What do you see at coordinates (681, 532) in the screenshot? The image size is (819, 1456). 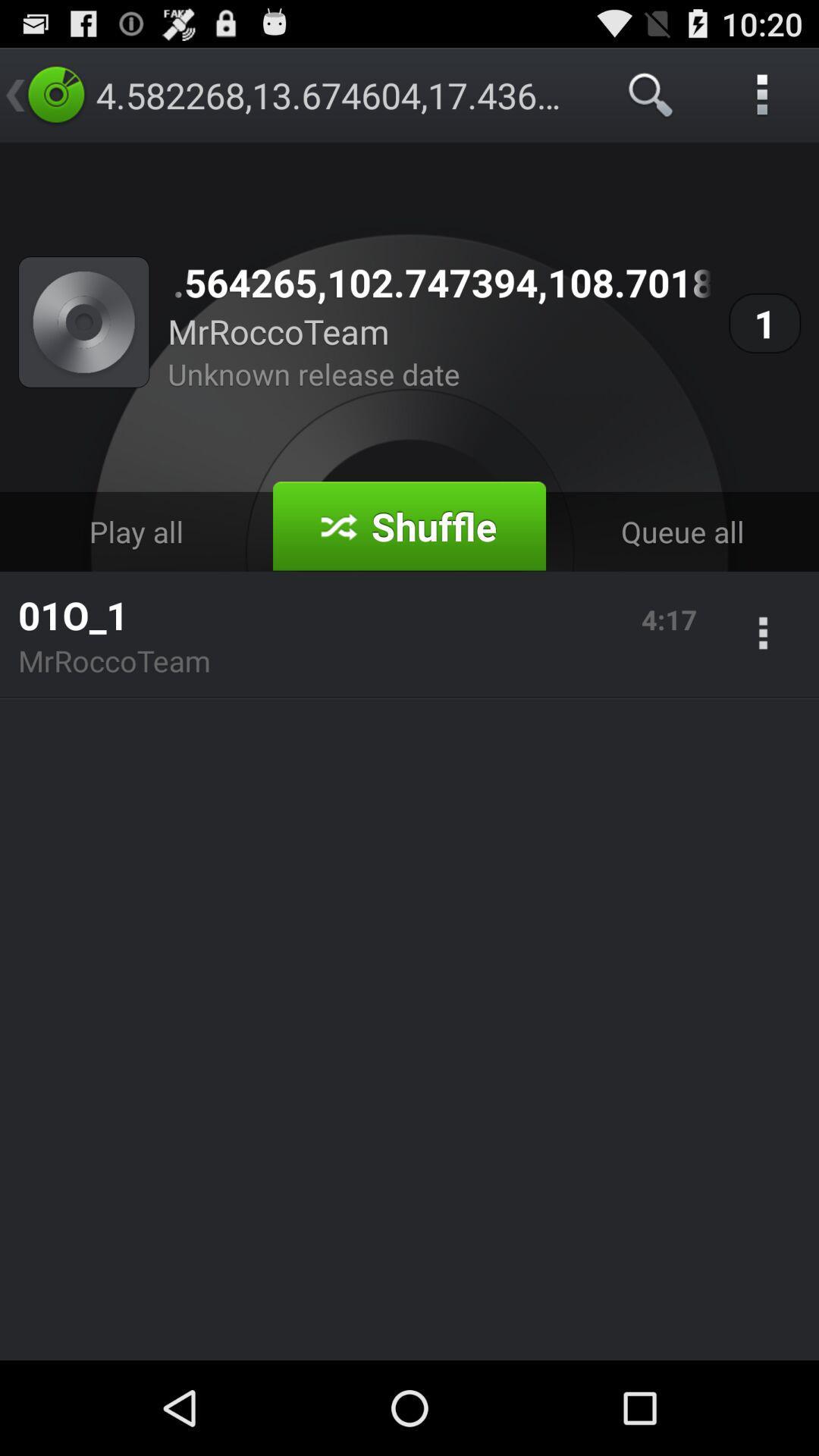 I see `the app to the right of the shuffle app` at bounding box center [681, 532].